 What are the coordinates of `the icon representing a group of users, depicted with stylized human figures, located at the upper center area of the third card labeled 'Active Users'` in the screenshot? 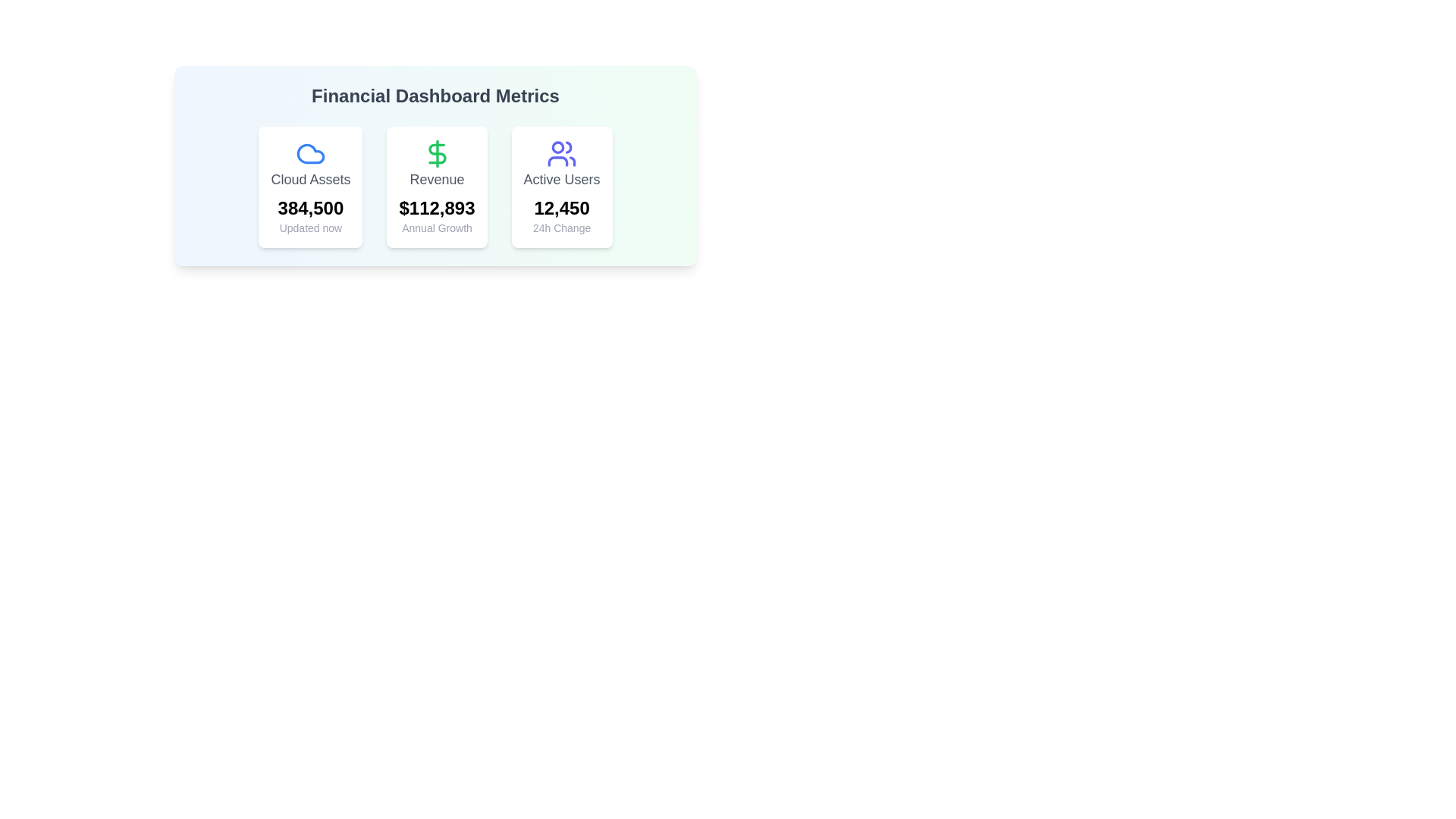 It's located at (561, 154).